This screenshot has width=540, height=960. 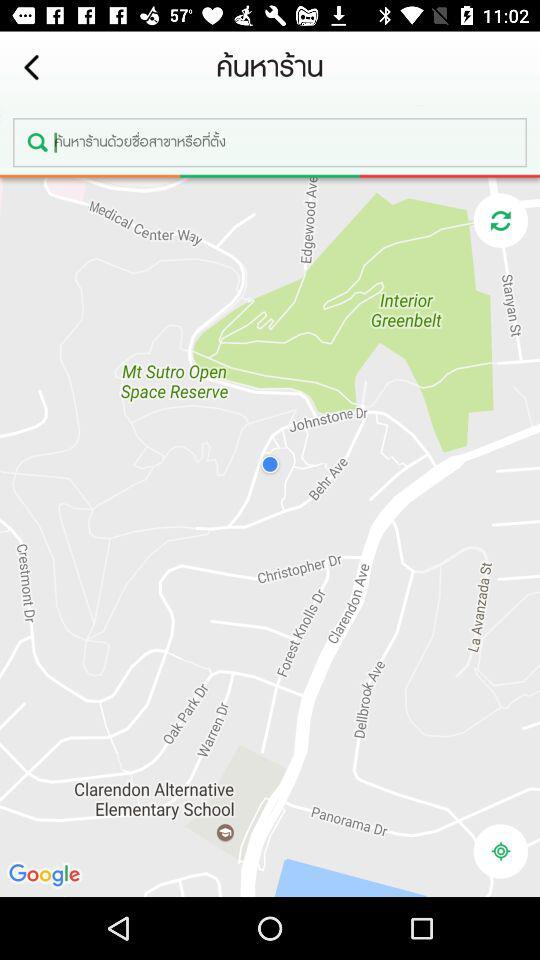 I want to click on my location, so click(x=499, y=850).